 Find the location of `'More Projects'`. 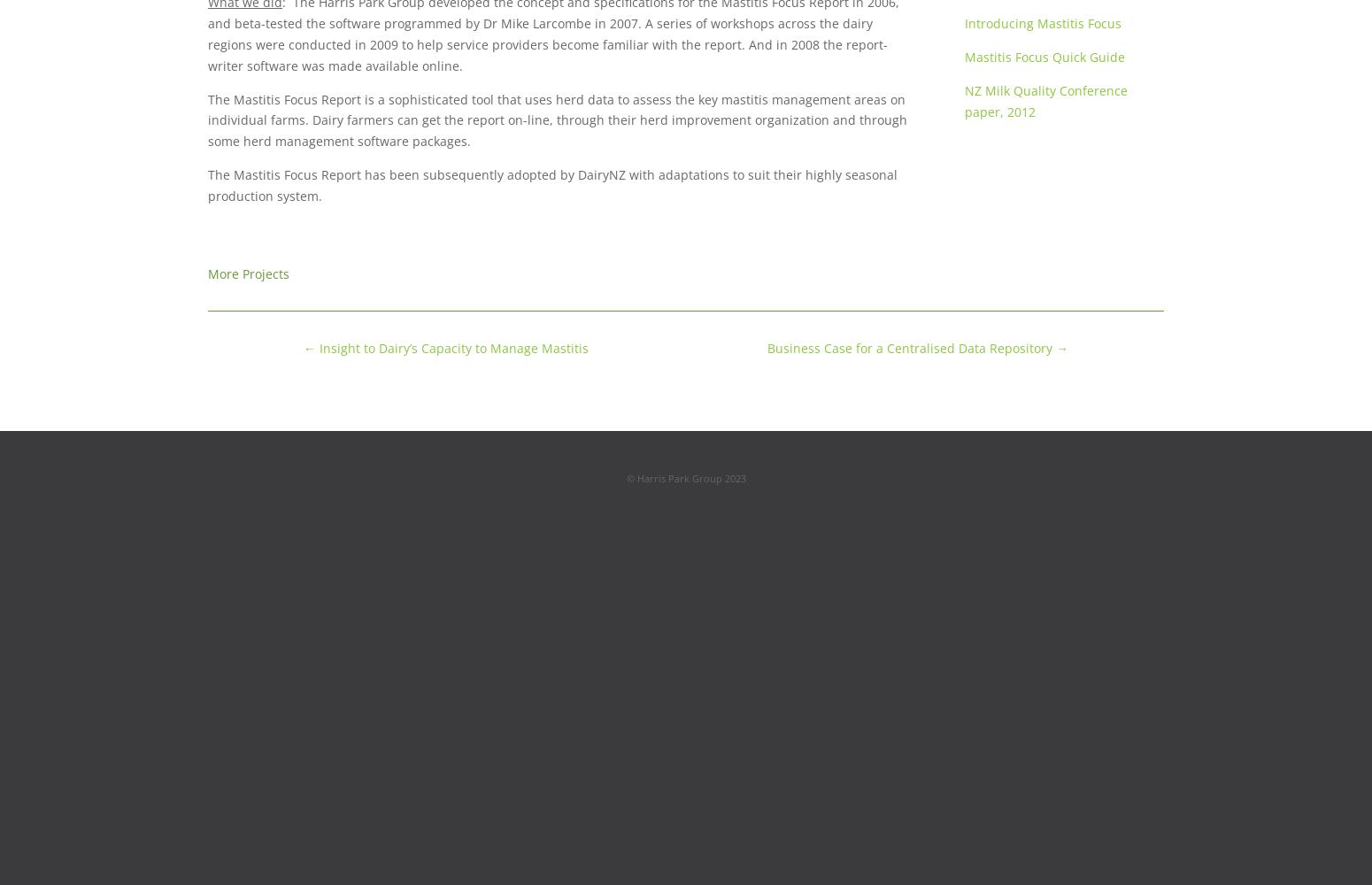

'More Projects' is located at coordinates (249, 273).